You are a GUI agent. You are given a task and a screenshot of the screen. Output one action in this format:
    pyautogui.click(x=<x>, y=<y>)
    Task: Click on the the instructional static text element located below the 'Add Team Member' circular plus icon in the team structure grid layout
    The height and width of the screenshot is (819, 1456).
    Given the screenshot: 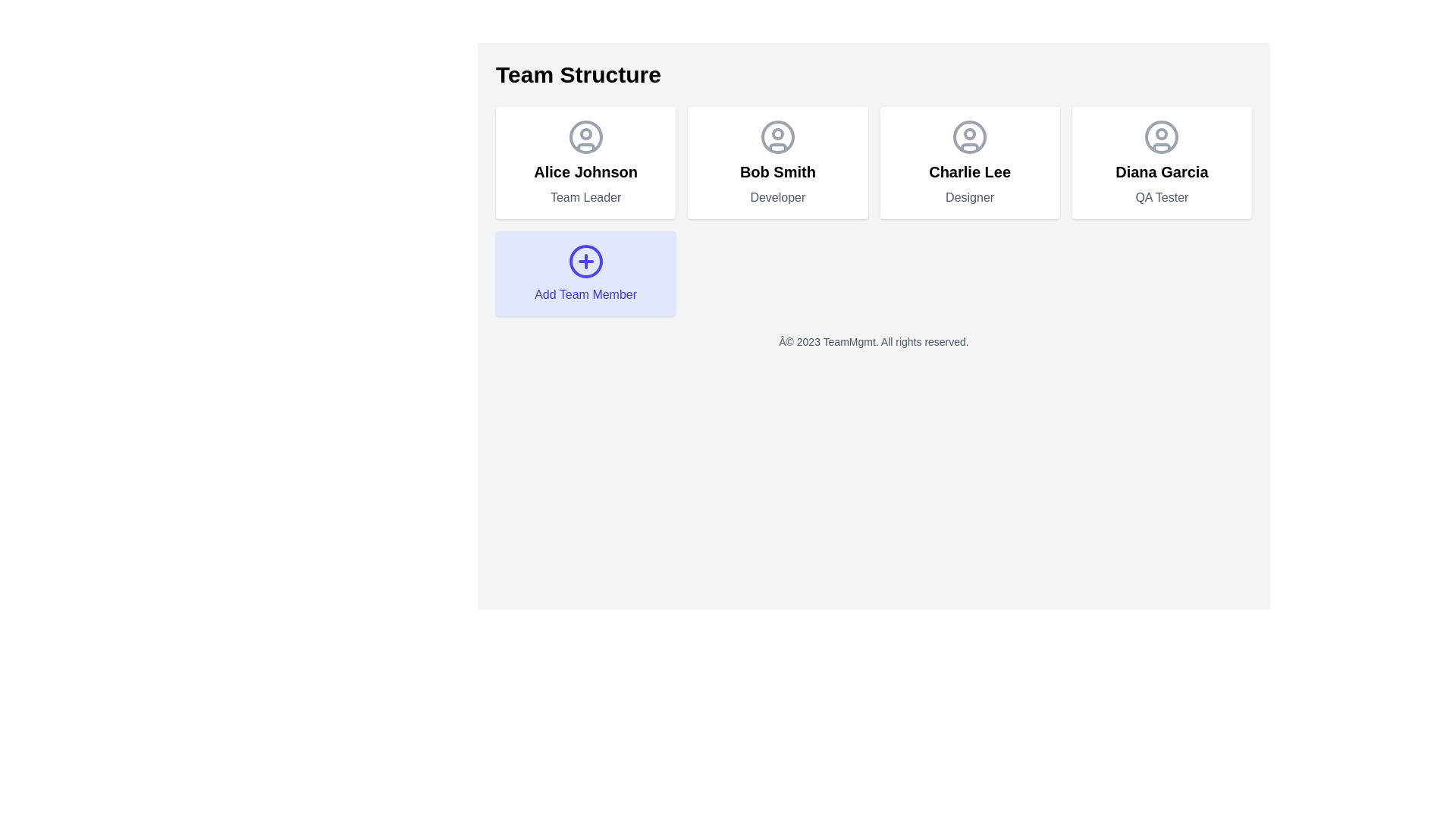 What is the action you would take?
    pyautogui.click(x=585, y=295)
    